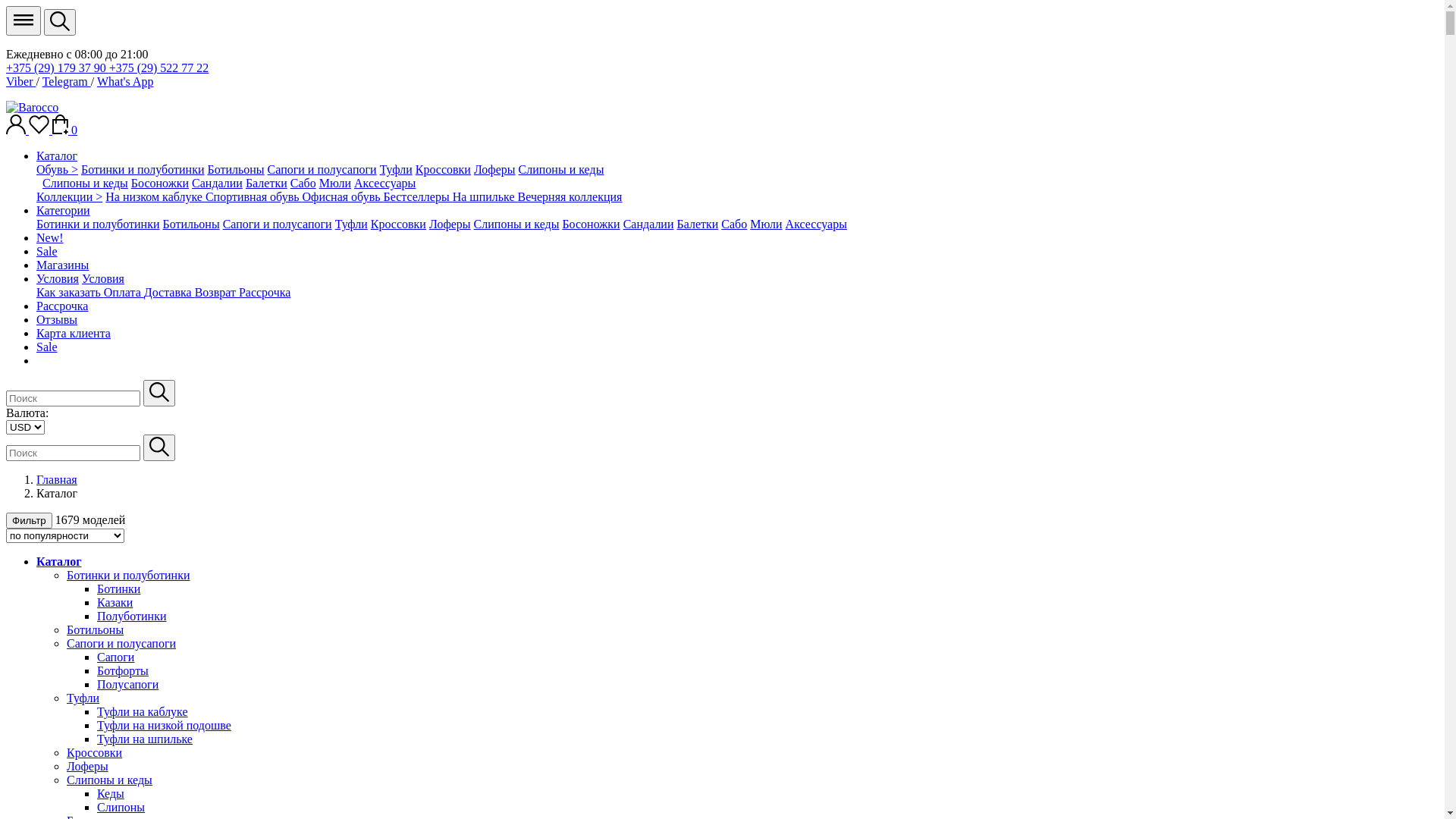  What do you see at coordinates (65, 81) in the screenshot?
I see `'Telegram'` at bounding box center [65, 81].